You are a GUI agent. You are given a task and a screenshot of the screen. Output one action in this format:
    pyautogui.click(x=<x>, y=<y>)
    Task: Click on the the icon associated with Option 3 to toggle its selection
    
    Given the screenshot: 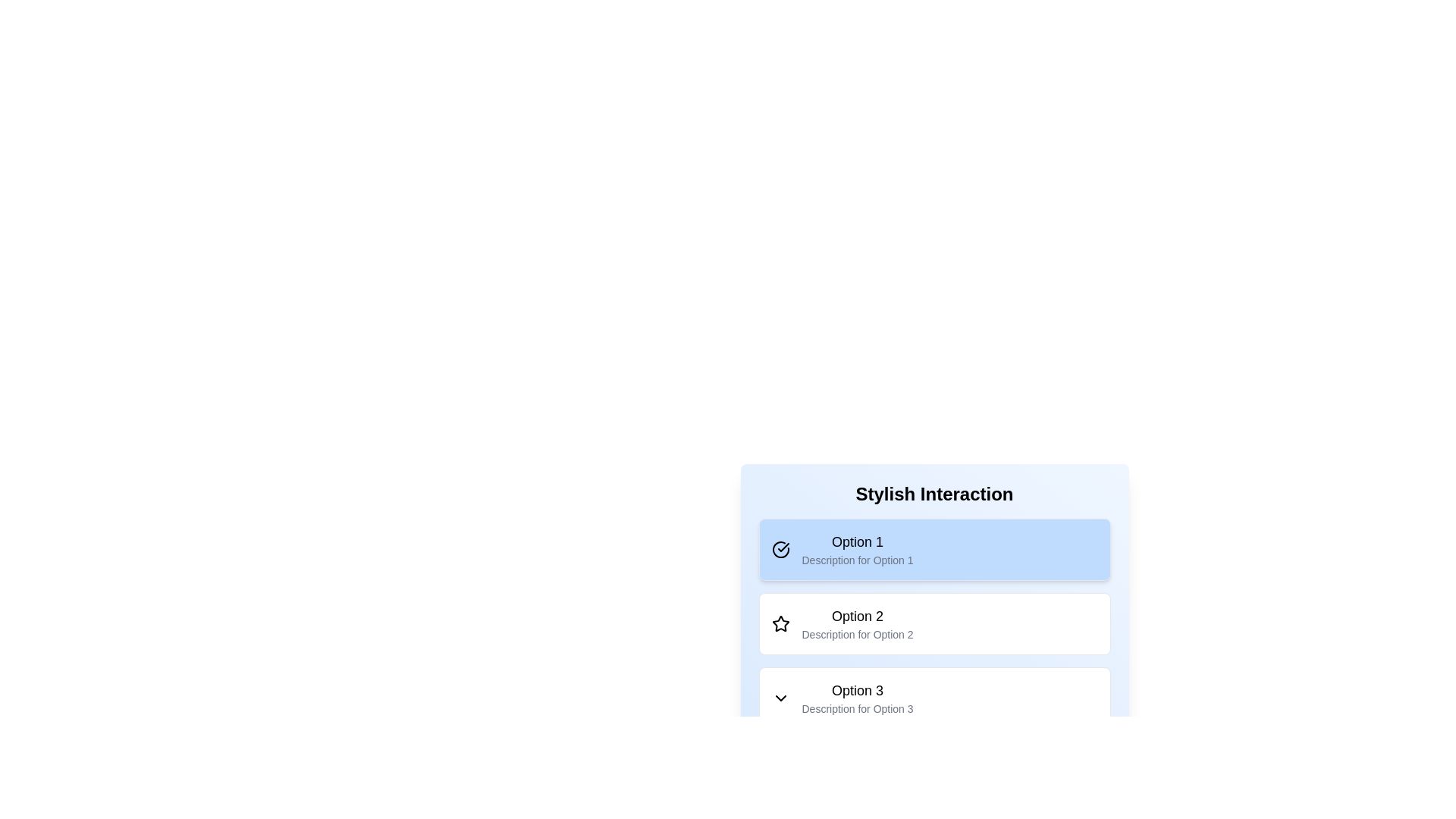 What is the action you would take?
    pyautogui.click(x=780, y=698)
    